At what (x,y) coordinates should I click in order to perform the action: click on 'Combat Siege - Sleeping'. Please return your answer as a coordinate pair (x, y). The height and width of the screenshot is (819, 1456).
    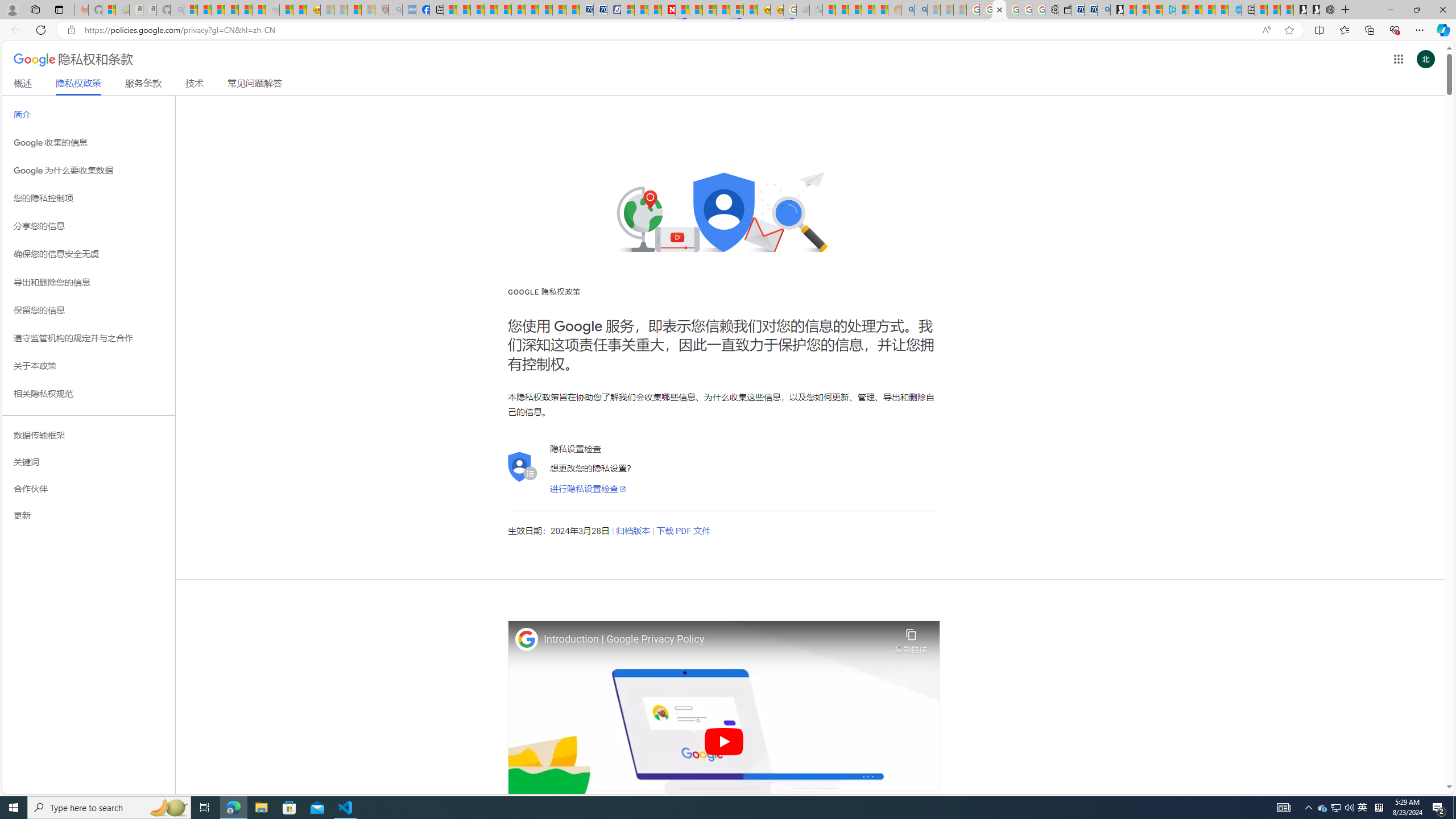
    Looking at the image, I should click on (271, 9).